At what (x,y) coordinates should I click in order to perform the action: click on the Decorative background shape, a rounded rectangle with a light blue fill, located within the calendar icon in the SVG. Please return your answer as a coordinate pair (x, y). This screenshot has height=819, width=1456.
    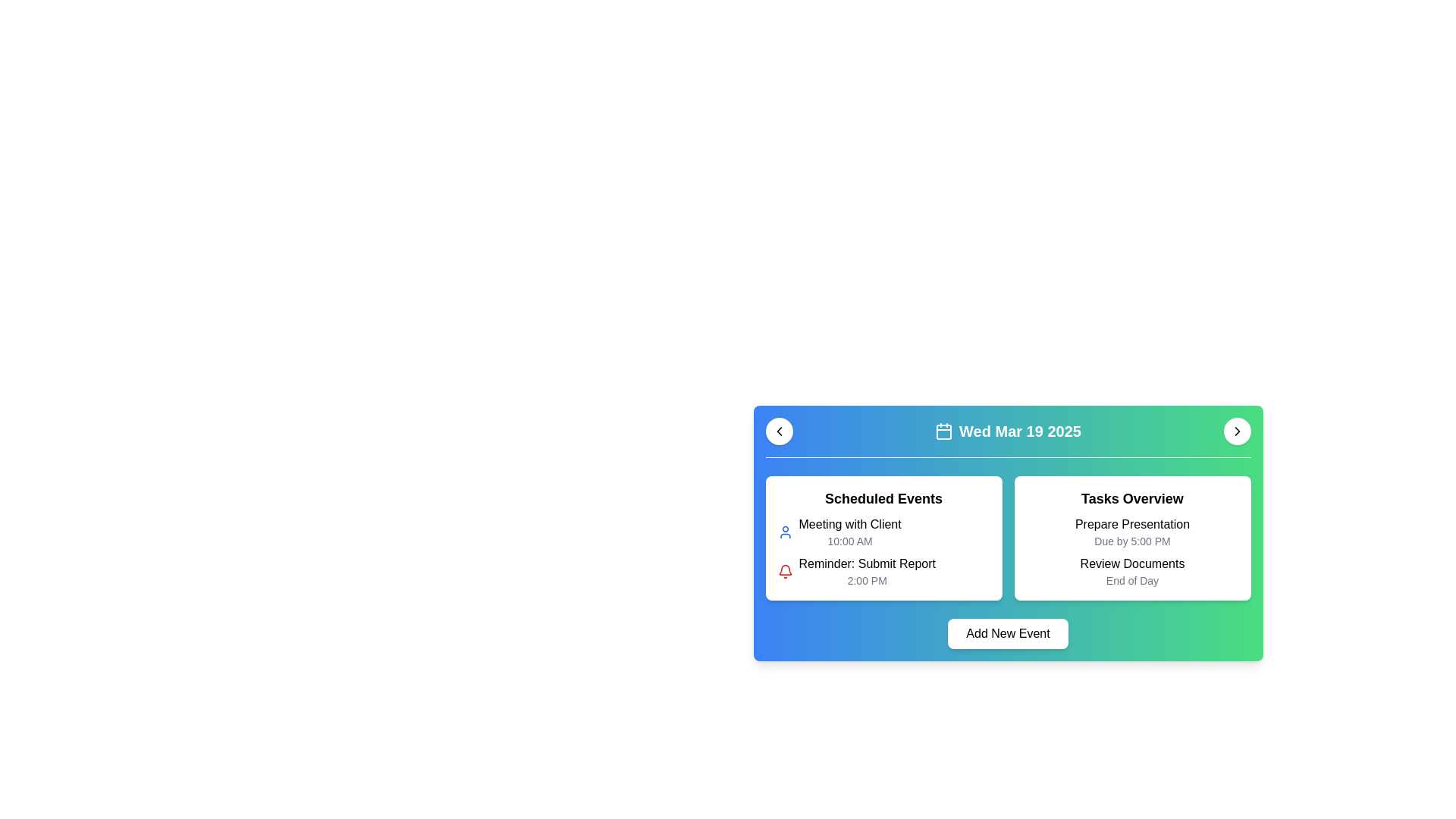
    Looking at the image, I should click on (943, 432).